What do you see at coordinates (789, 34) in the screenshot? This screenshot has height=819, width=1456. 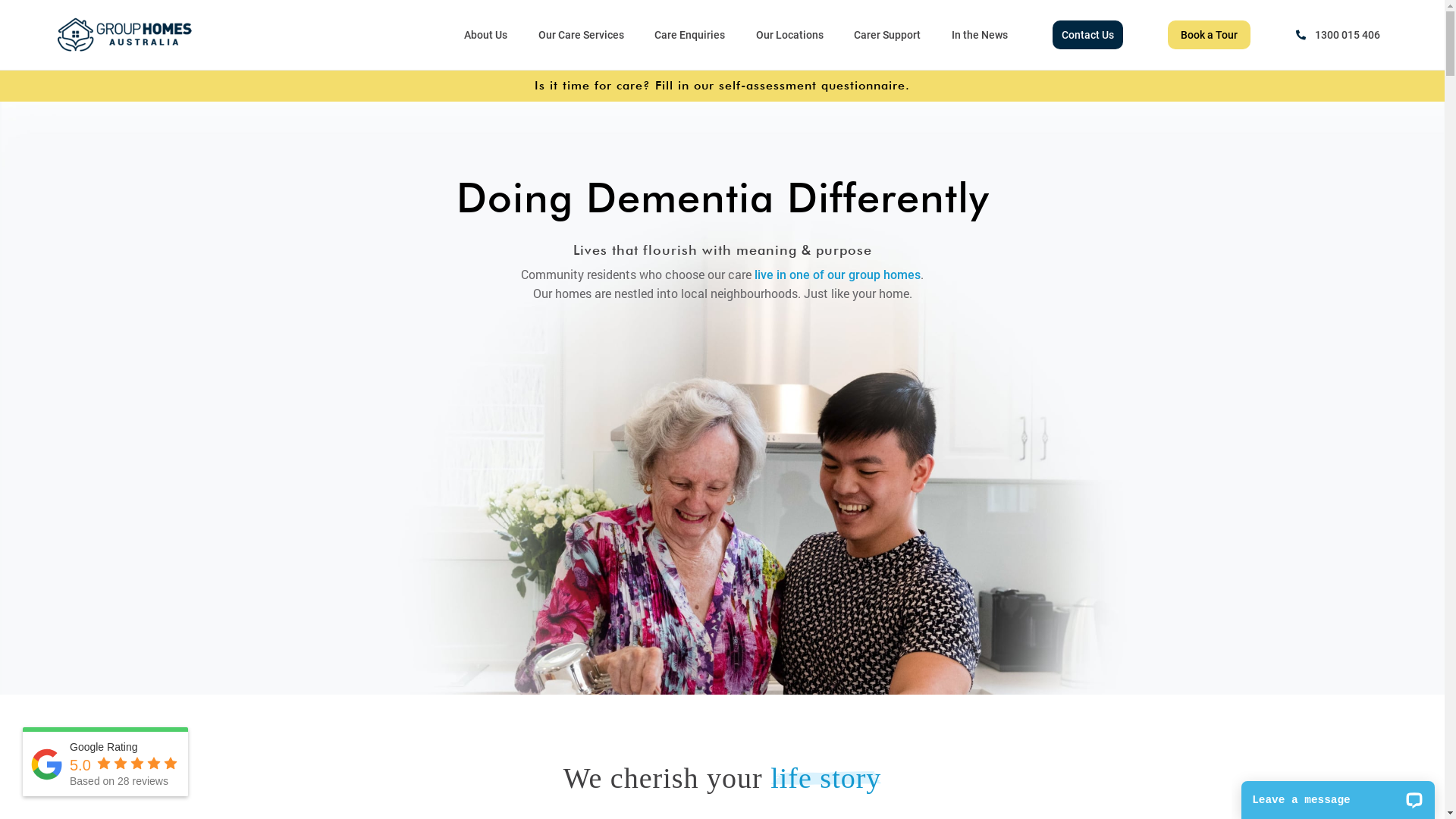 I see `'Our Locations'` at bounding box center [789, 34].